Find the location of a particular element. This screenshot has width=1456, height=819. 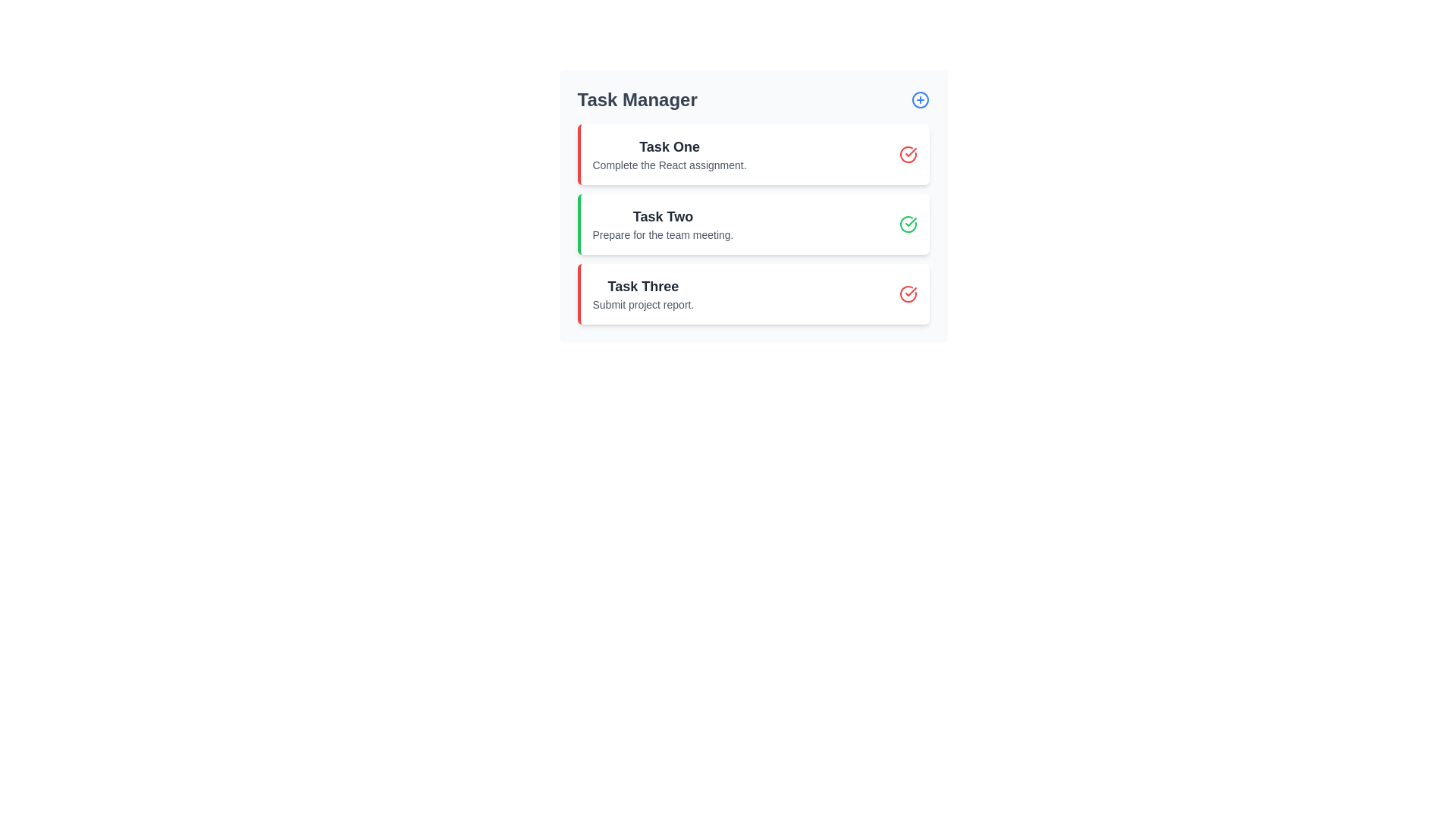

the circular graphical component located at the center of the clickable area styled as a button, which is situated to the top right of the 'Task Manager' header is located at coordinates (919, 99).